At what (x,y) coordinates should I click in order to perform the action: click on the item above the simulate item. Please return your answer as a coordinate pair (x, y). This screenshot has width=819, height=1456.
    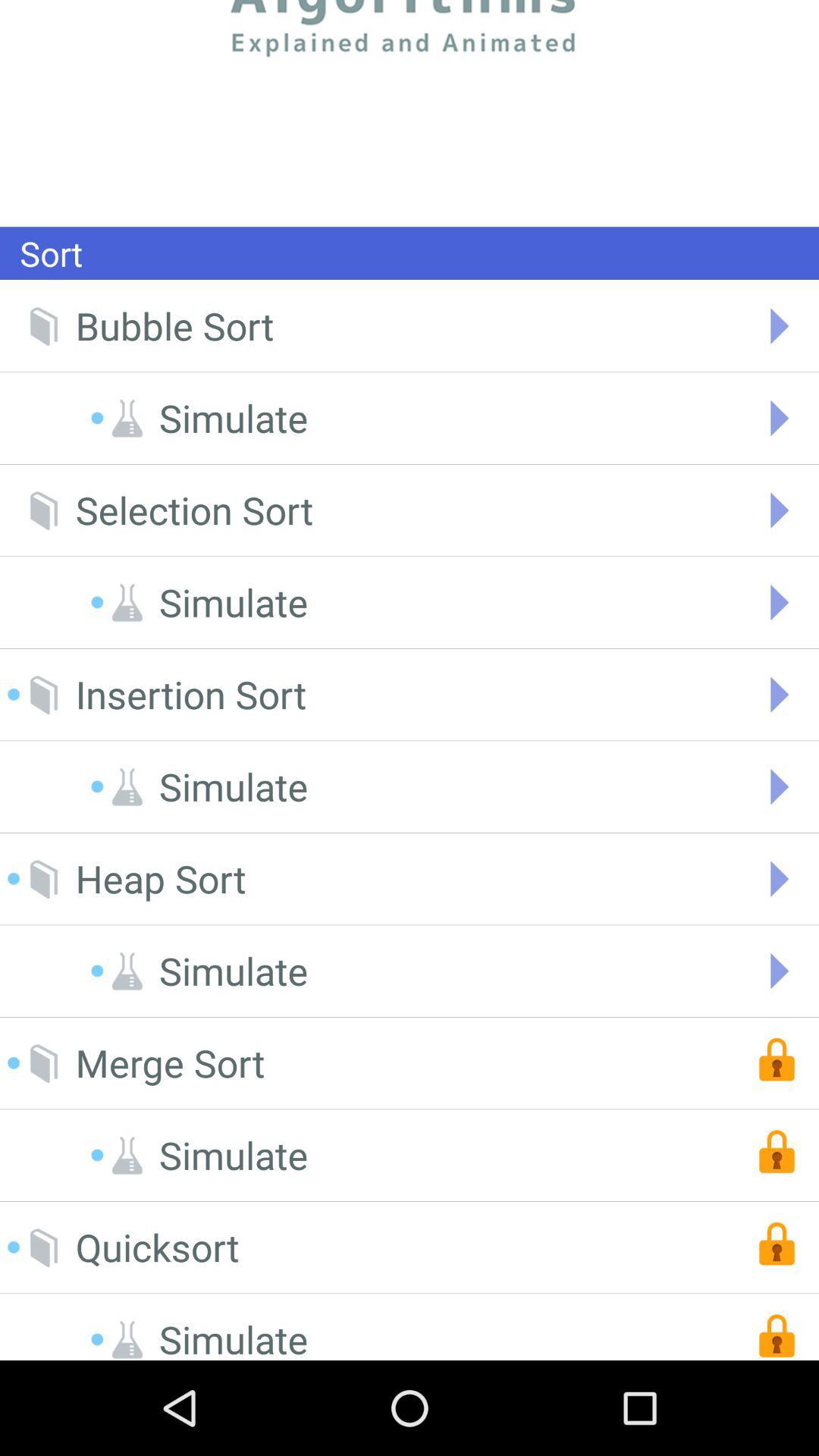
    Looking at the image, I should click on (190, 694).